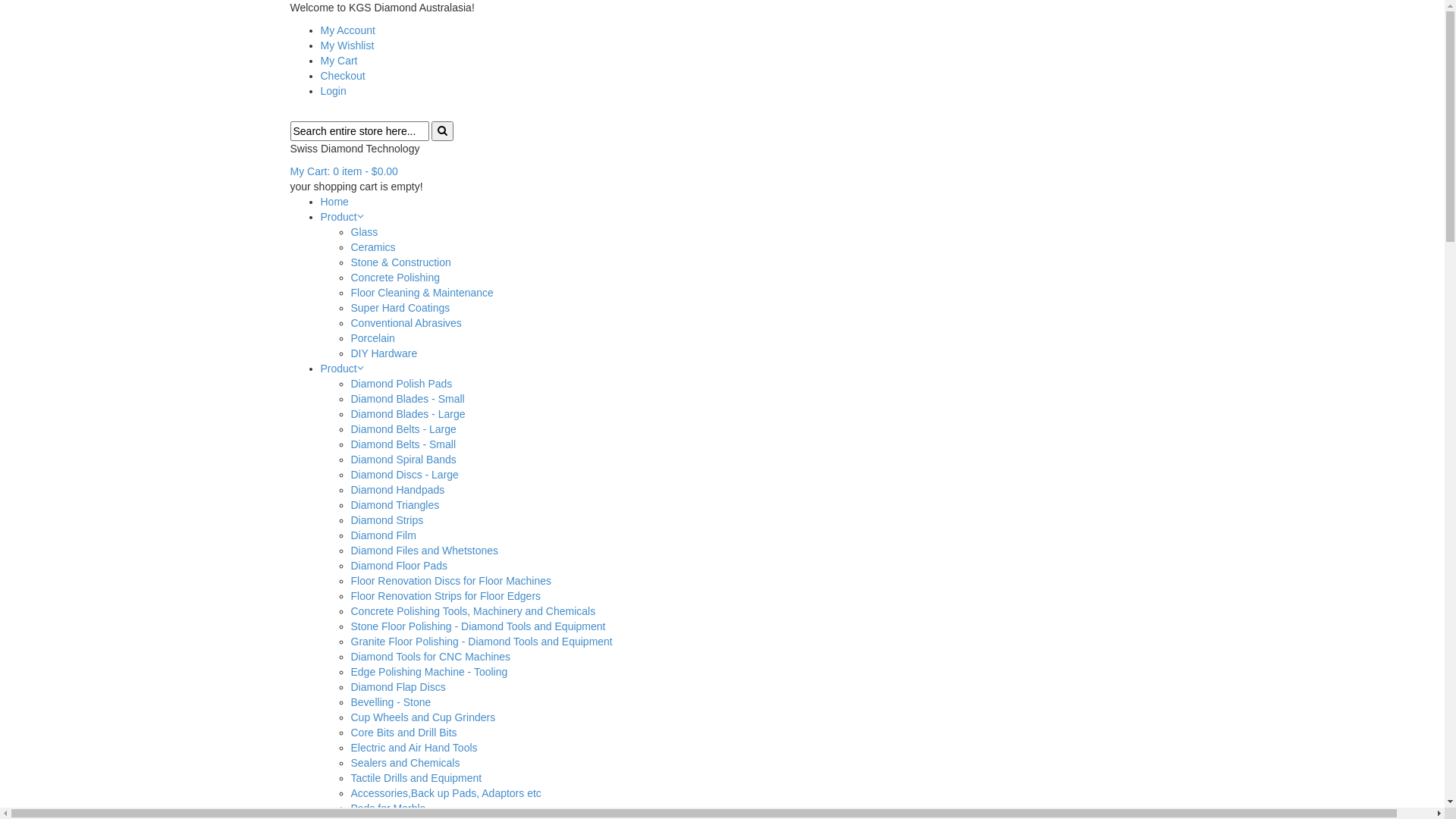  I want to click on 'Diamond Strips', so click(386, 519).